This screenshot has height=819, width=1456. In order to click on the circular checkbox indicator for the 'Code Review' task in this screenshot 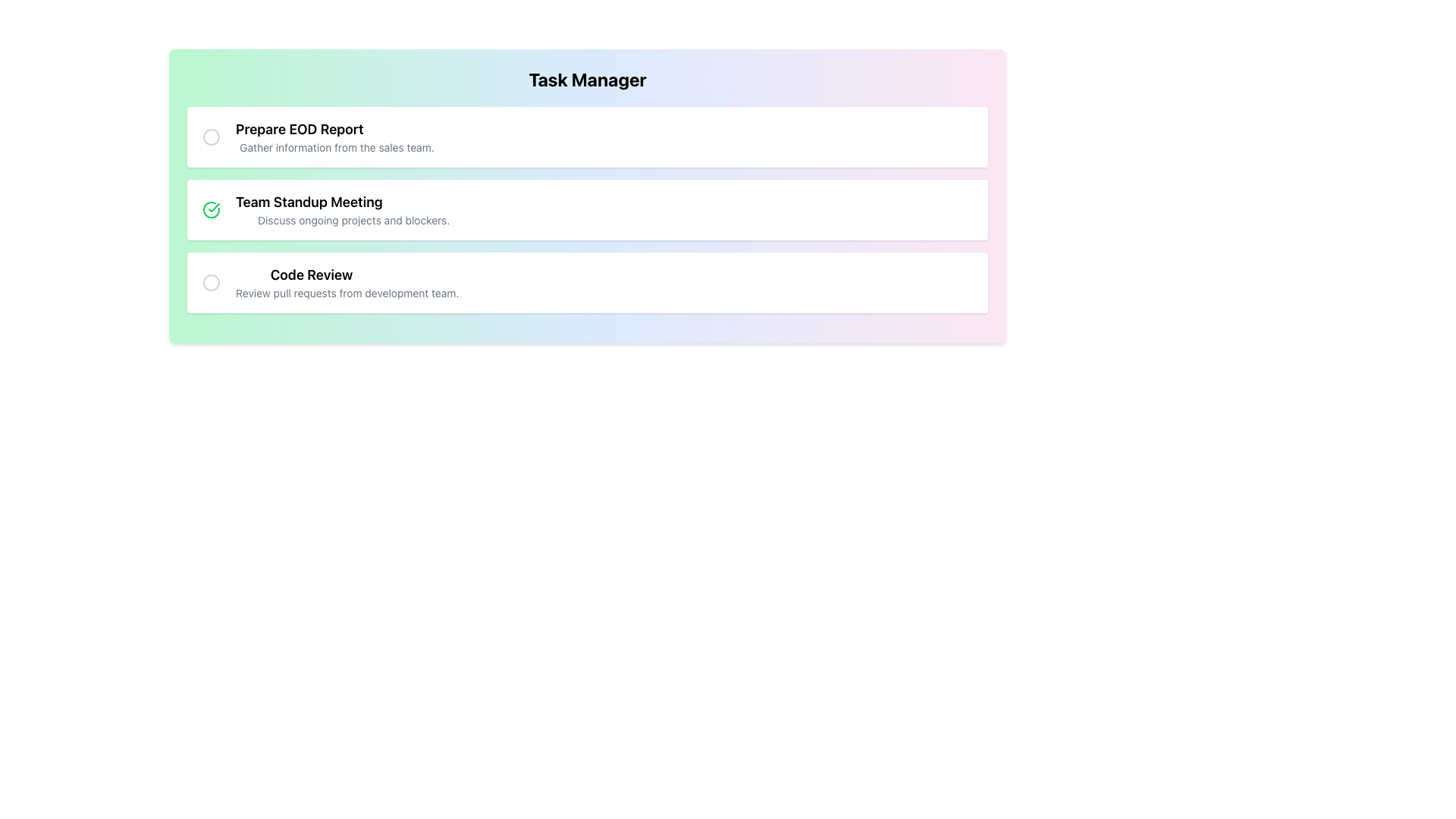, I will do `click(210, 283)`.